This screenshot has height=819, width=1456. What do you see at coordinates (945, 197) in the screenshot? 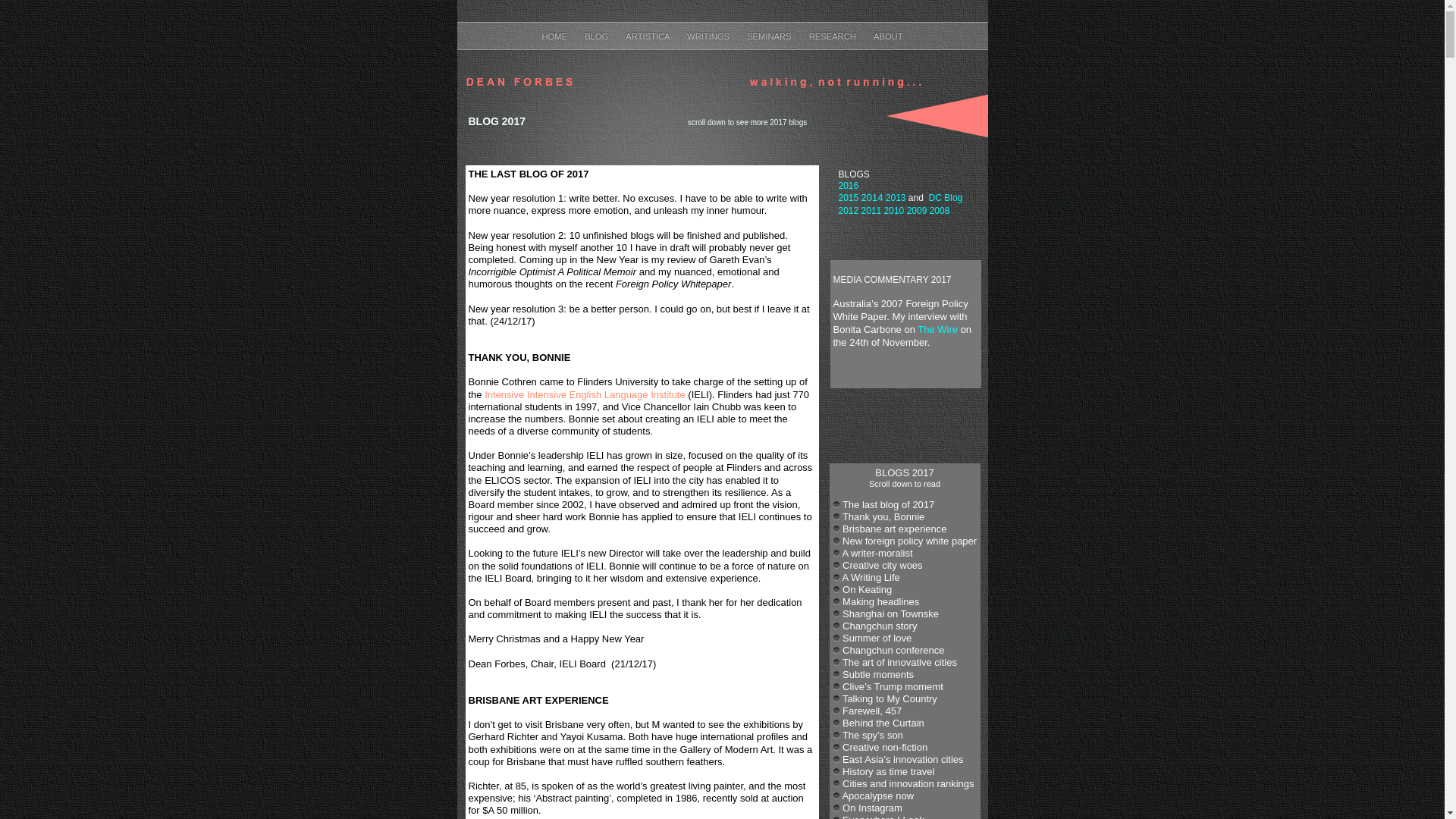
I see `'DC Blog'` at bounding box center [945, 197].